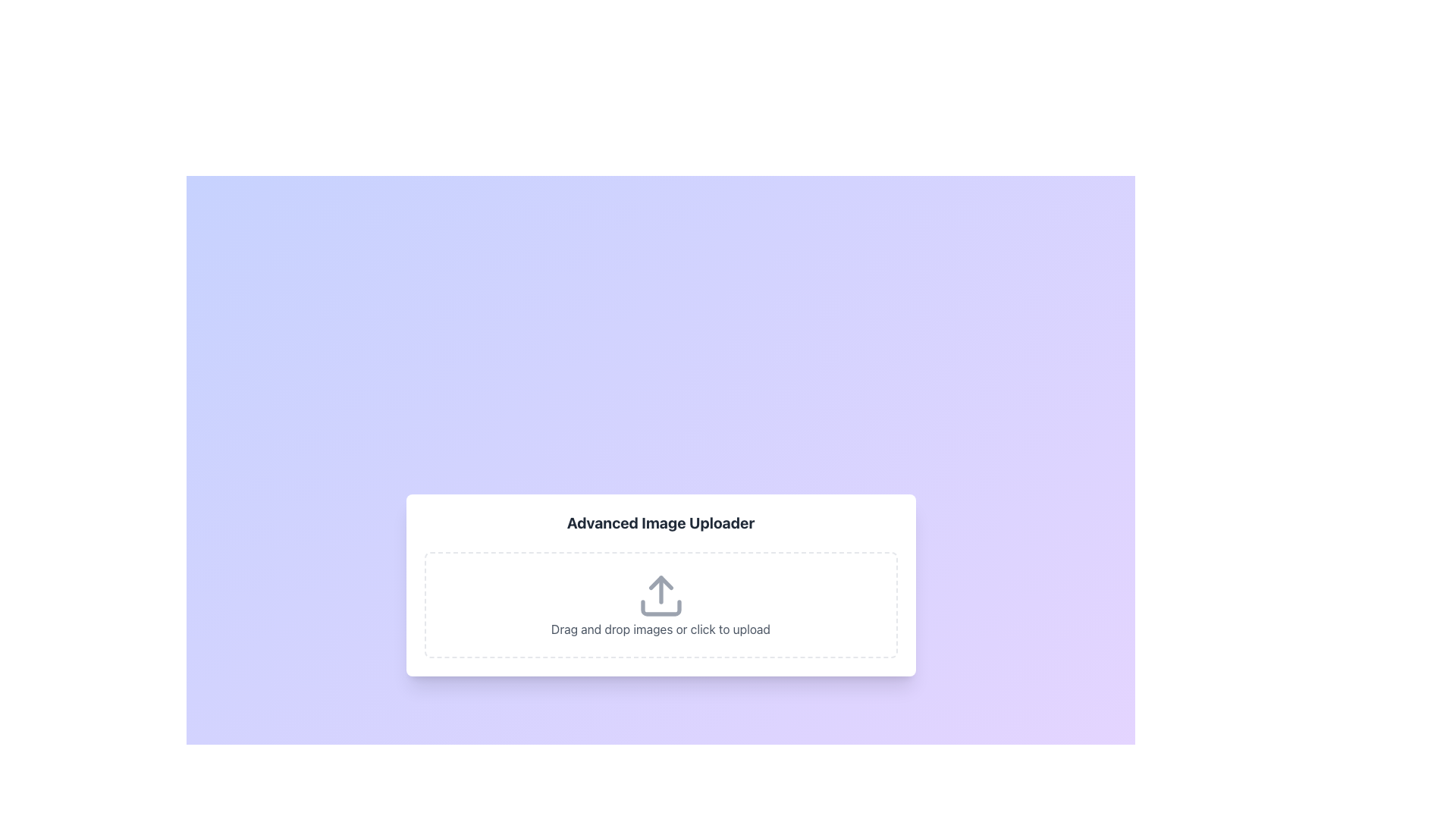 This screenshot has width=1456, height=819. What do you see at coordinates (661, 607) in the screenshot?
I see `the decorative element within the SVG icon that represents the base of the uploading tray, located at the bottom of the icon` at bounding box center [661, 607].